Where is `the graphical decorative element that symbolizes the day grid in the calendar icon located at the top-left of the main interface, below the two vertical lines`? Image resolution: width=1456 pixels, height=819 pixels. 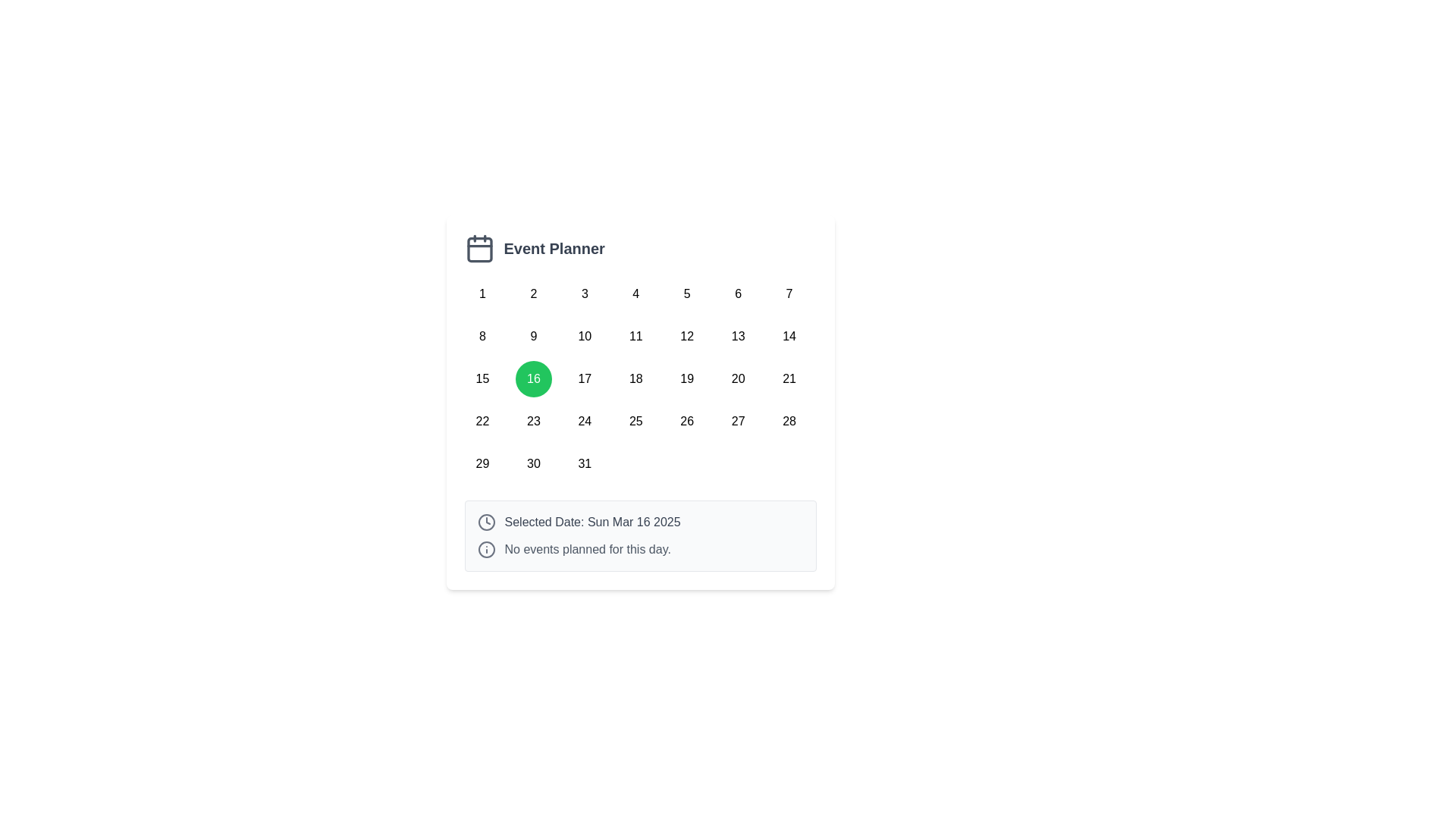
the graphical decorative element that symbolizes the day grid in the calendar icon located at the top-left of the main interface, below the two vertical lines is located at coordinates (479, 249).